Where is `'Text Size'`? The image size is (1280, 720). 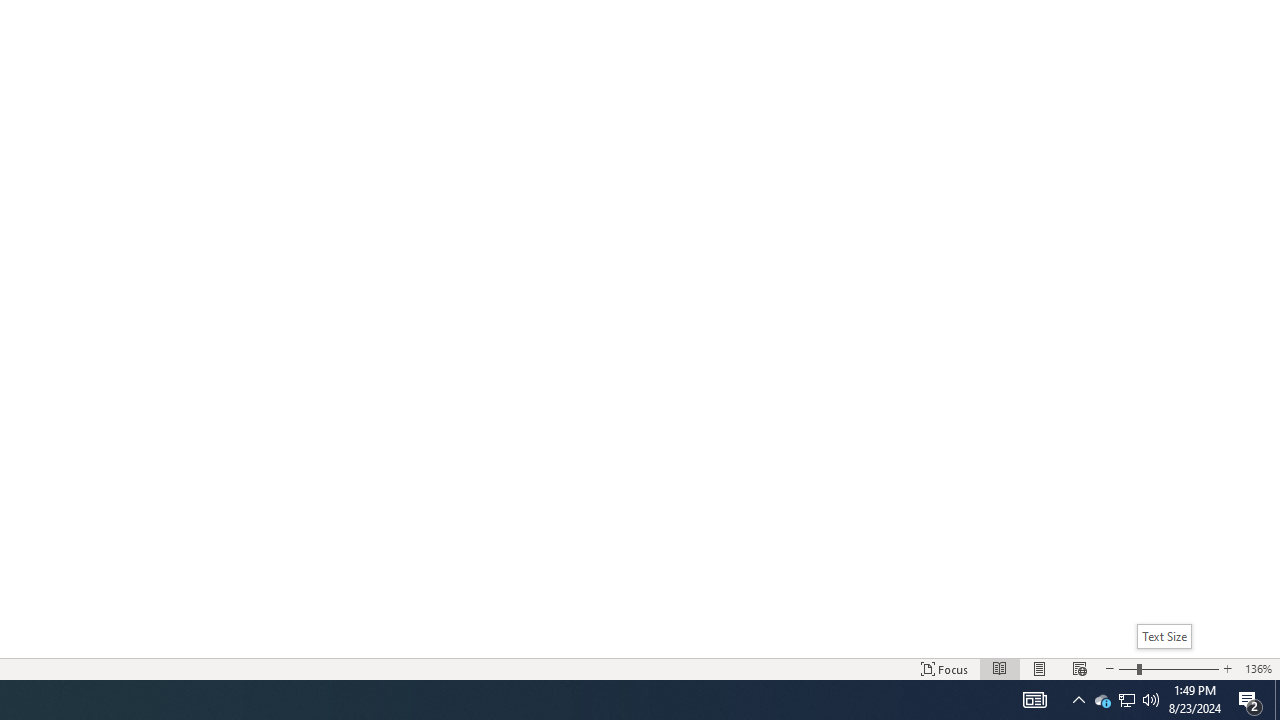 'Text Size' is located at coordinates (1164, 636).